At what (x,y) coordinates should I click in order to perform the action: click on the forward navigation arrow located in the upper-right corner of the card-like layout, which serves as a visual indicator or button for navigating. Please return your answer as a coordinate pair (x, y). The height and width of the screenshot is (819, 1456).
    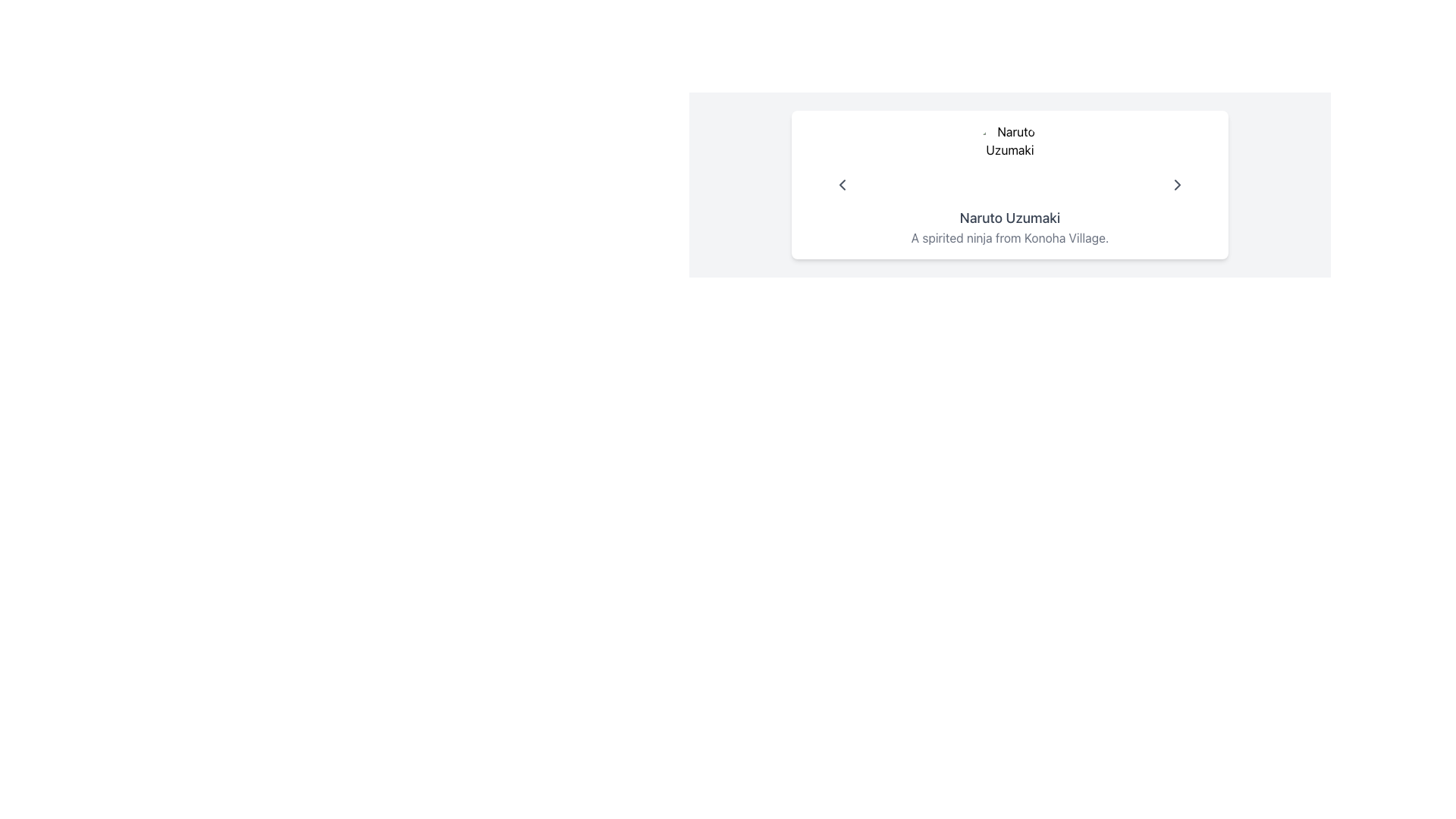
    Looking at the image, I should click on (1176, 184).